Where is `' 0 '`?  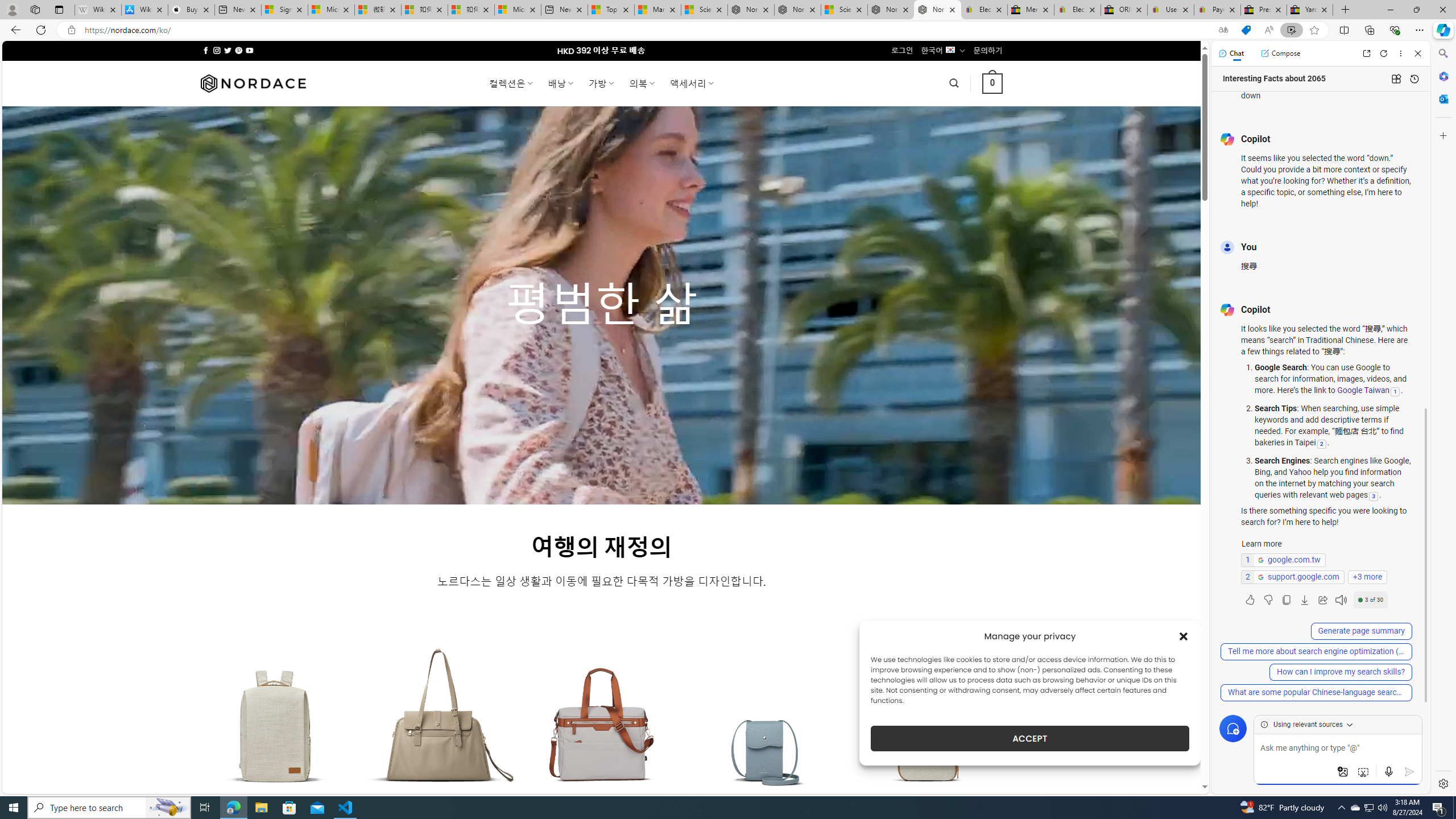 ' 0 ' is located at coordinates (992, 82).